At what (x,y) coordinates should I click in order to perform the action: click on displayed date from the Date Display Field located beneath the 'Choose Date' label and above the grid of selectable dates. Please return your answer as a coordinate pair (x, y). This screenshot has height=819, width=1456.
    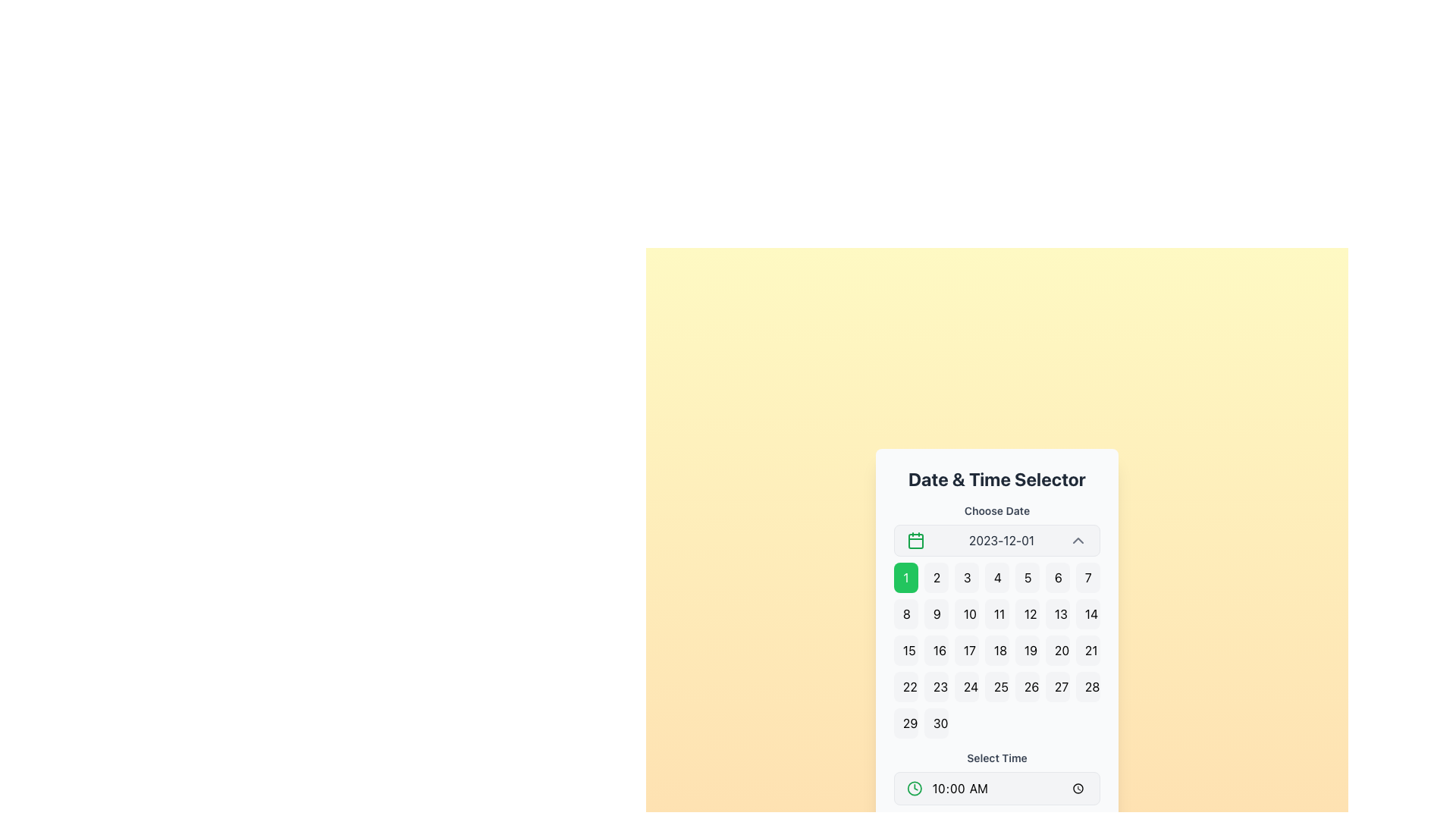
    Looking at the image, I should click on (997, 540).